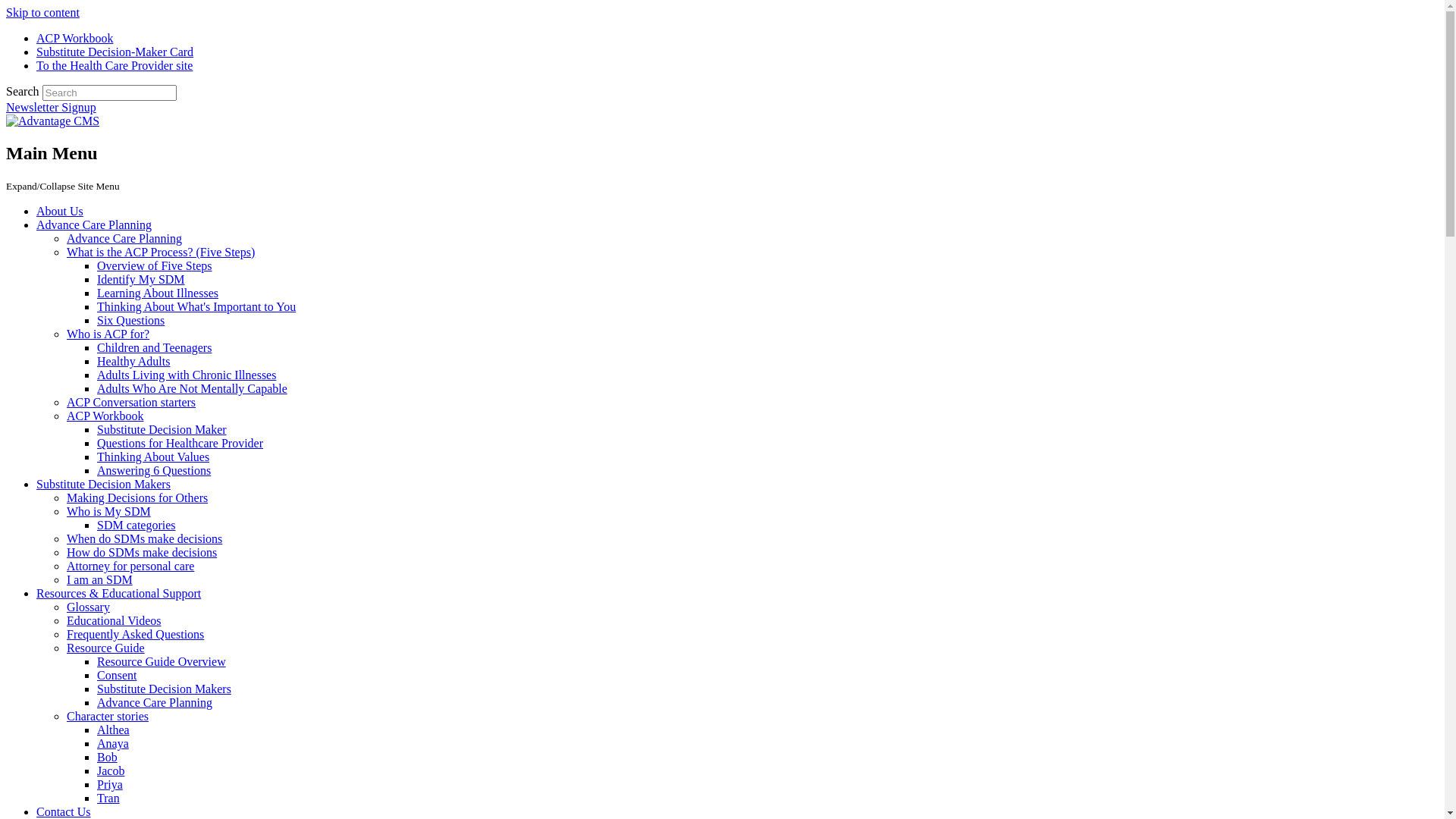 The image size is (1456, 819). I want to click on 'Resources & Educational Support', so click(118, 592).